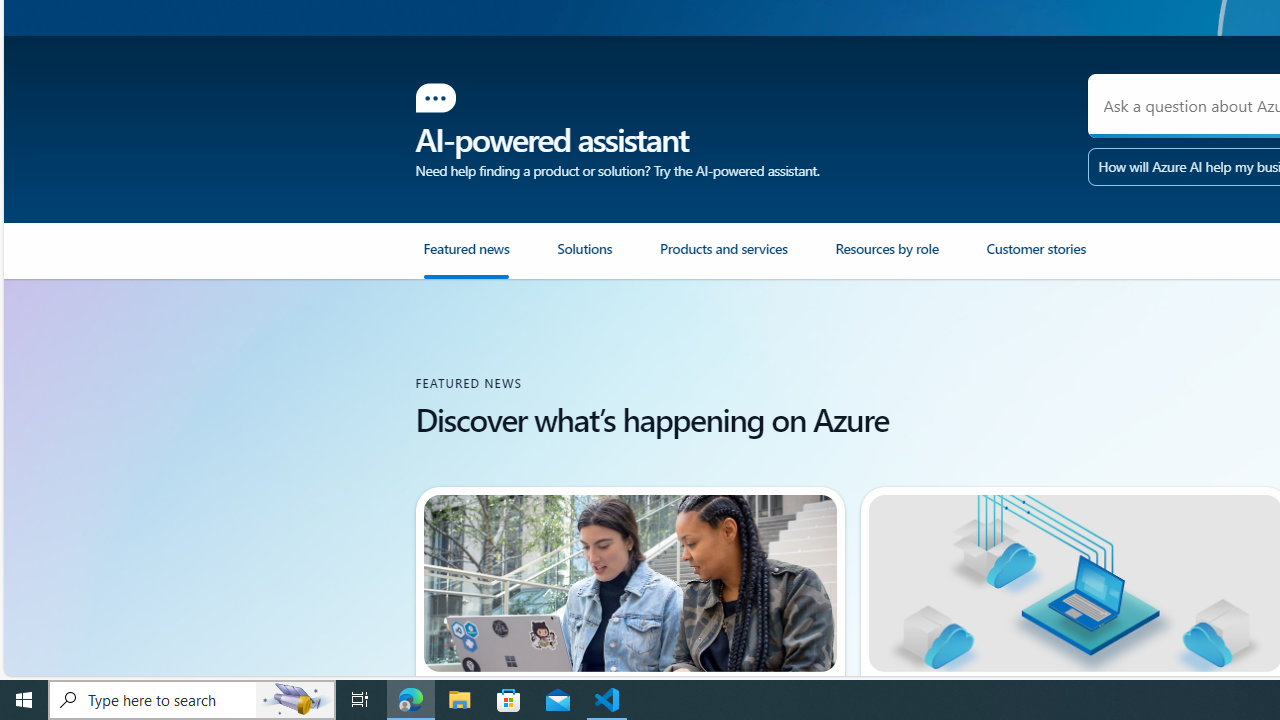  I want to click on 'Customer stories', so click(1035, 256).